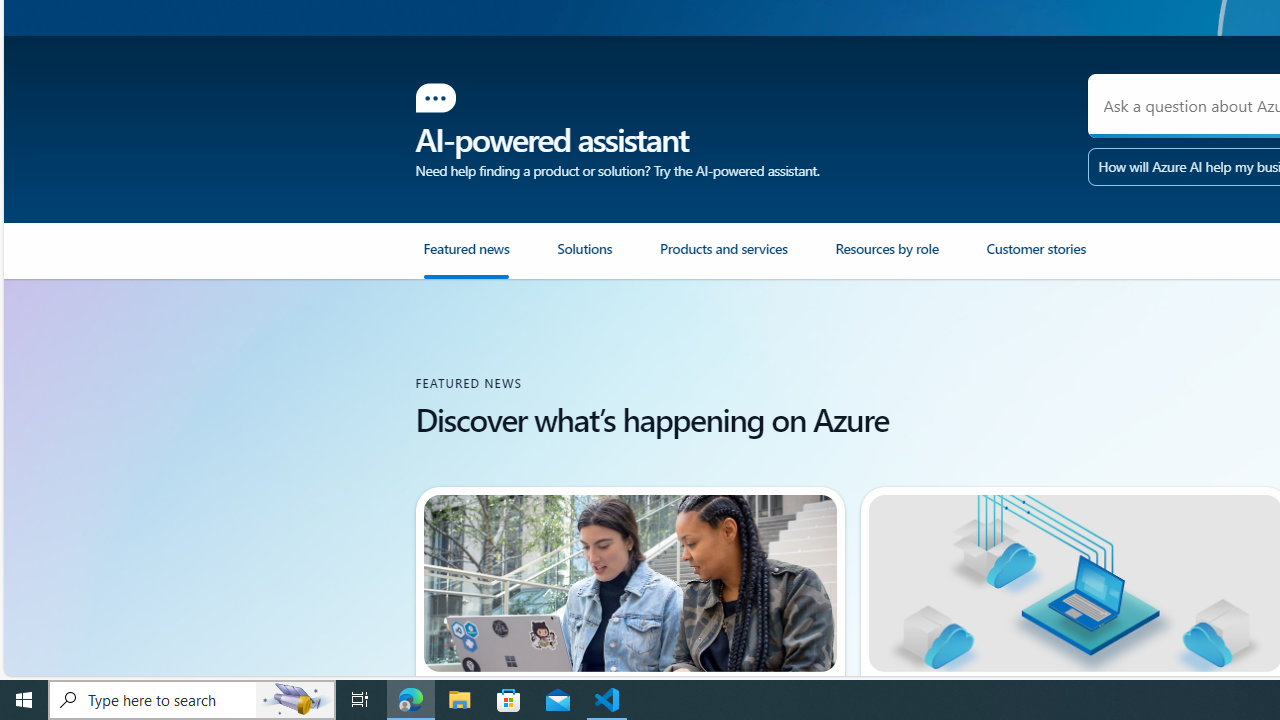  I want to click on 'Customer stories', so click(1035, 256).